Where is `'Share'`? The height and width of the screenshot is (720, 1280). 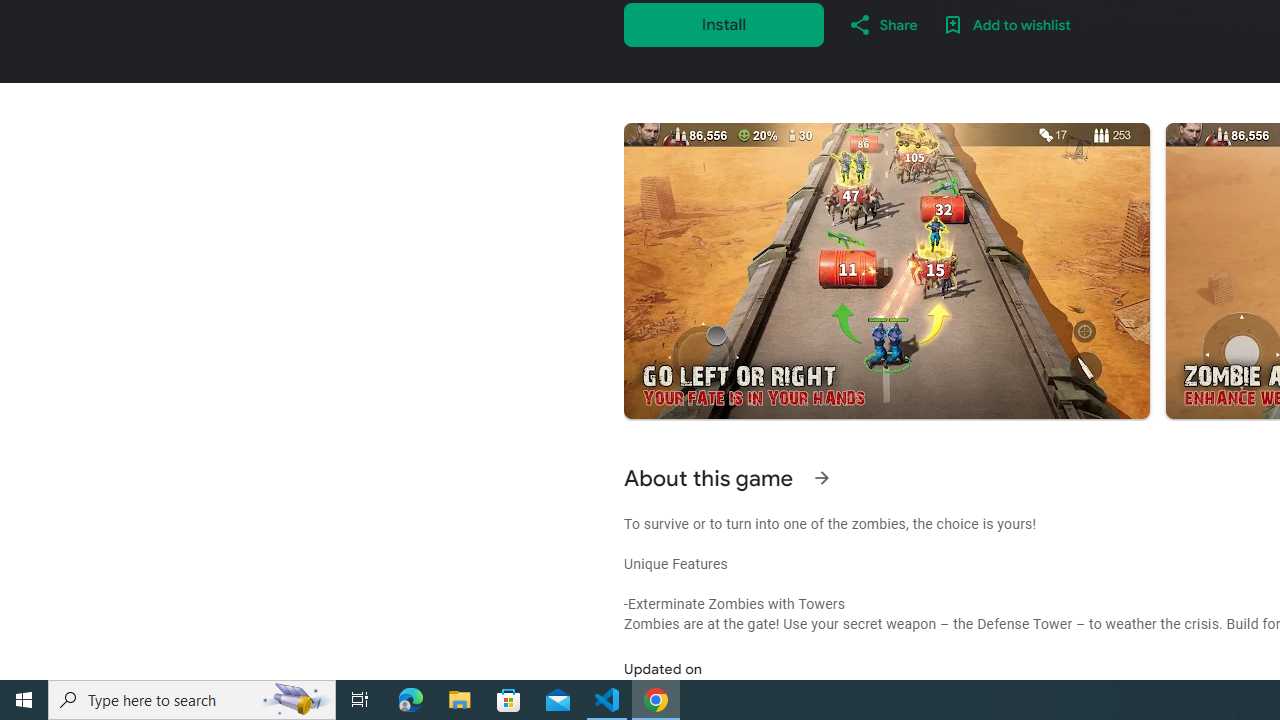 'Share' is located at coordinates (880, 24).